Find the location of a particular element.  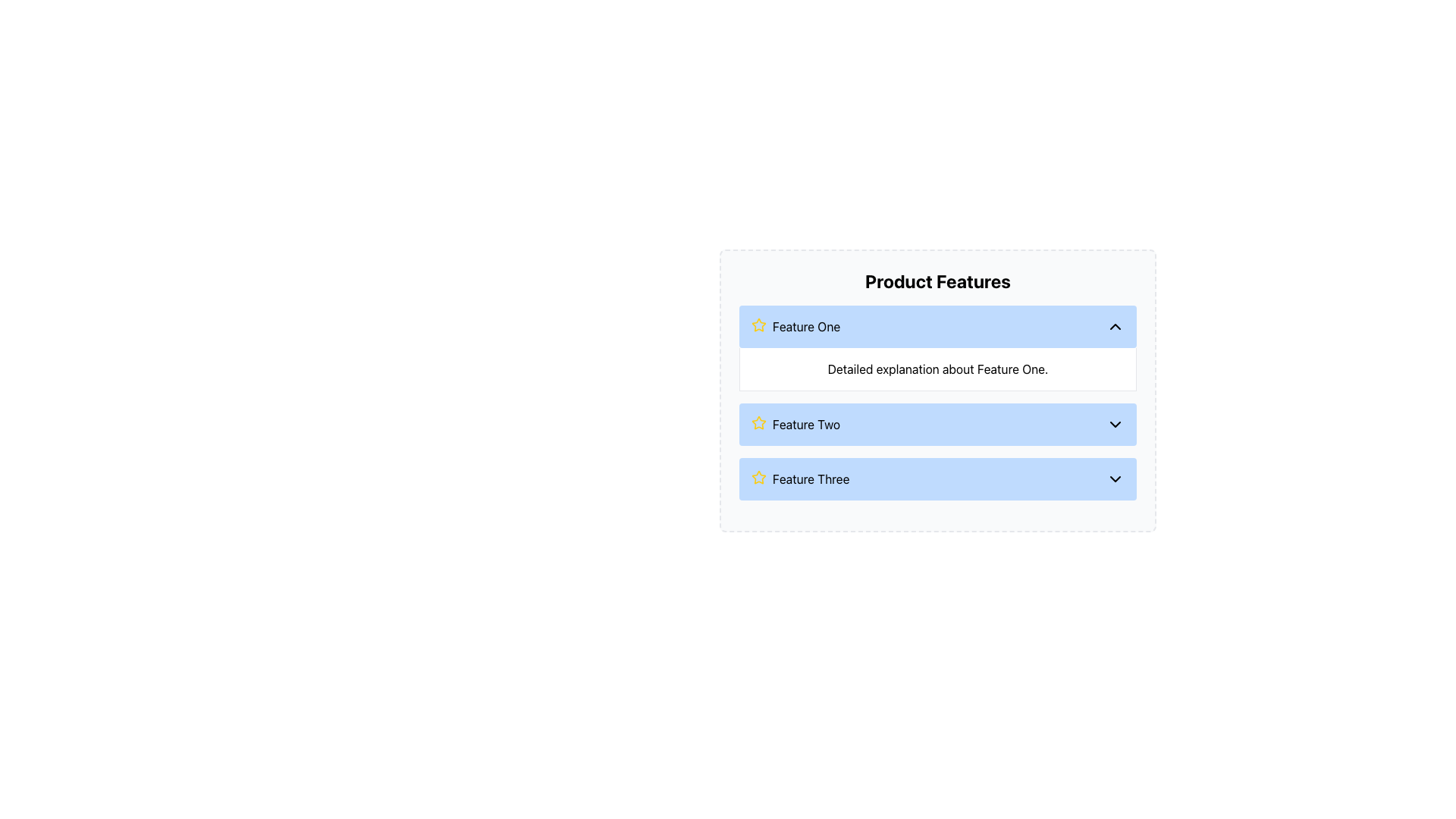

the third feature button labeled 'Feature Three' in the product features list is located at coordinates (937, 479).